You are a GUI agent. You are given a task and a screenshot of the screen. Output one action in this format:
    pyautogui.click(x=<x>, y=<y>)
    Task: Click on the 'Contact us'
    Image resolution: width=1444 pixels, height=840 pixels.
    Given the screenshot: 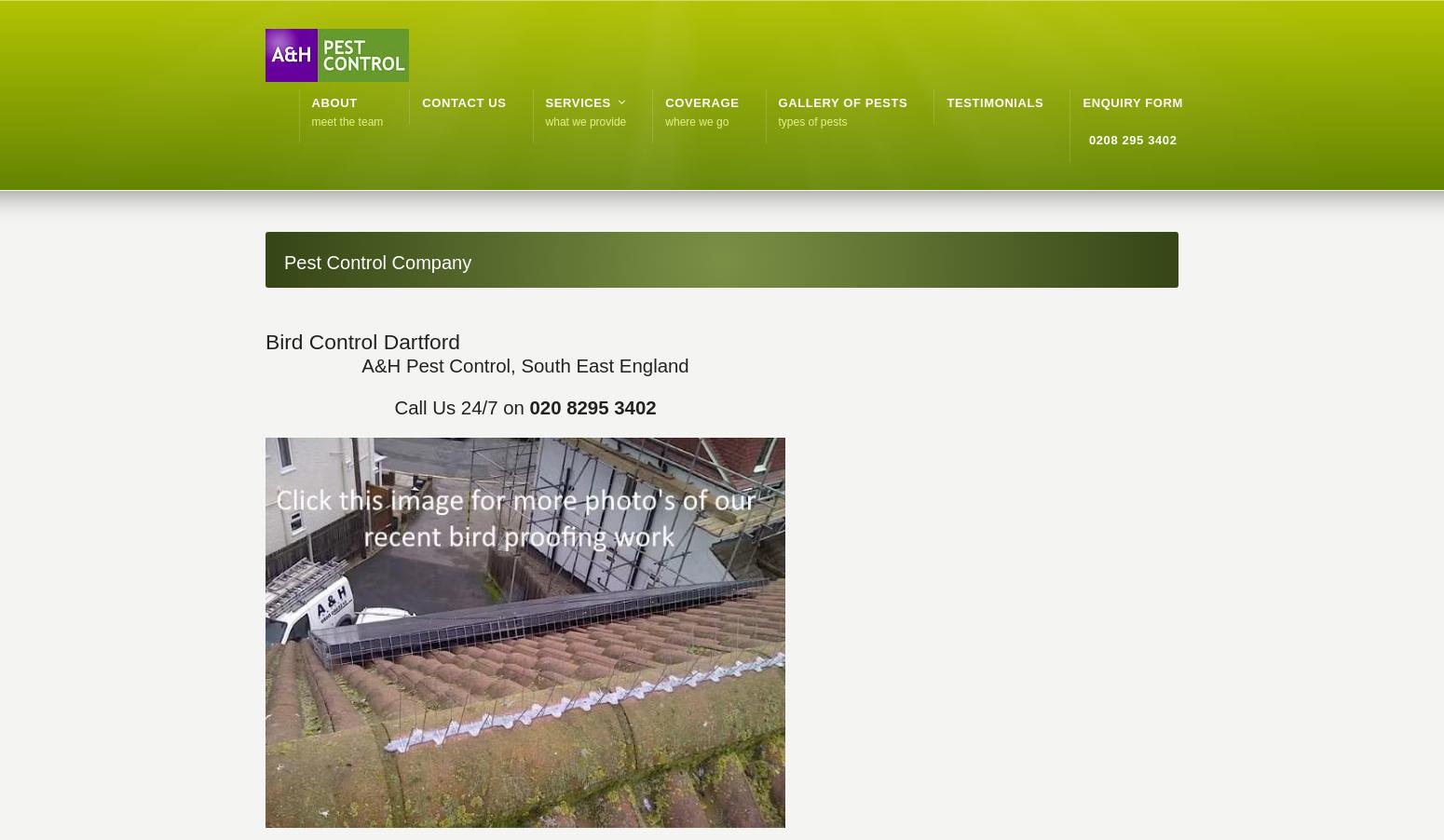 What is the action you would take?
    pyautogui.click(x=463, y=102)
    